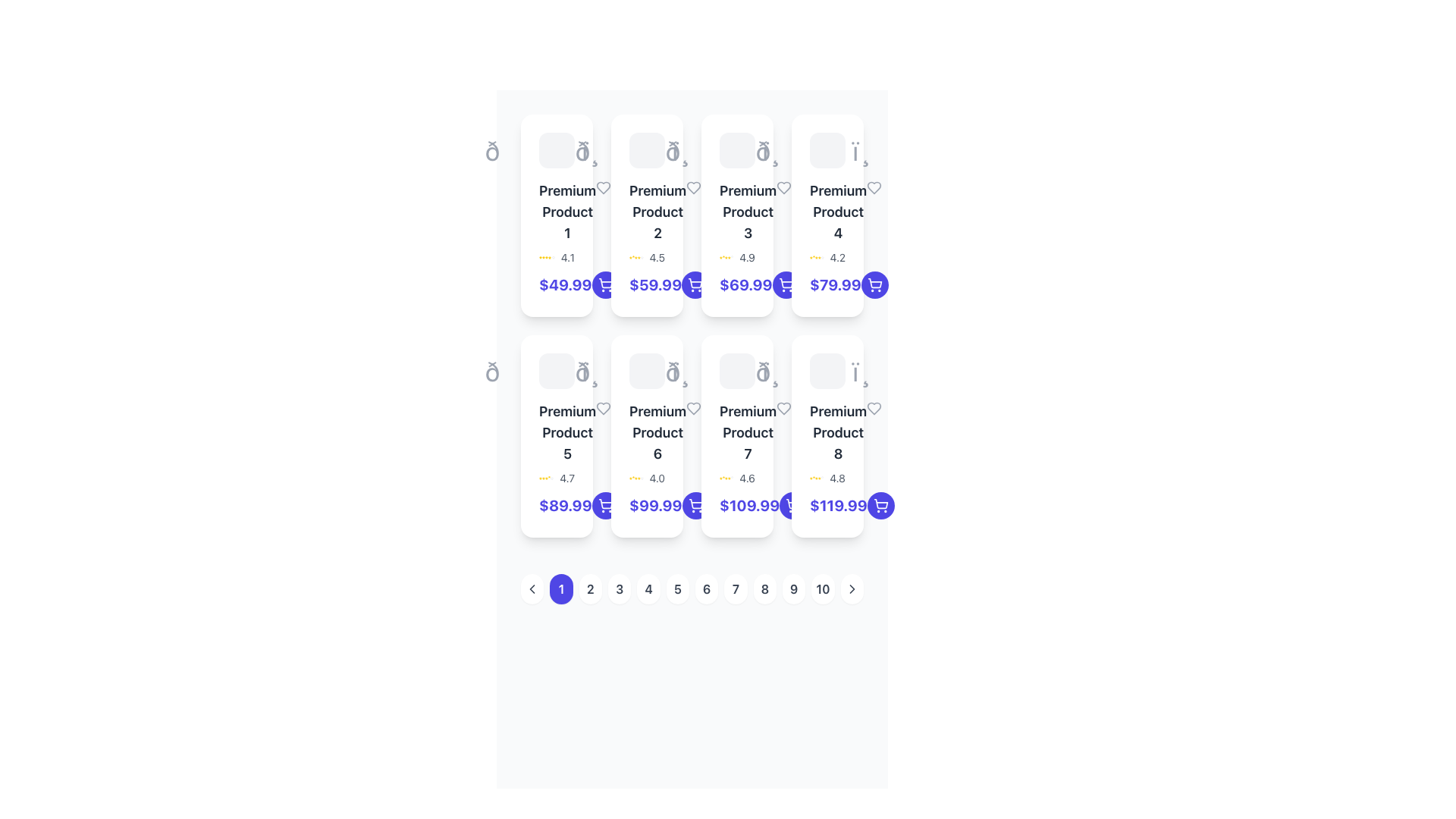 Image resolution: width=1456 pixels, height=819 pixels. I want to click on the fifth star icon in the rating system of the Premium Product 2 card to interact with the product's rating, so click(639, 256).